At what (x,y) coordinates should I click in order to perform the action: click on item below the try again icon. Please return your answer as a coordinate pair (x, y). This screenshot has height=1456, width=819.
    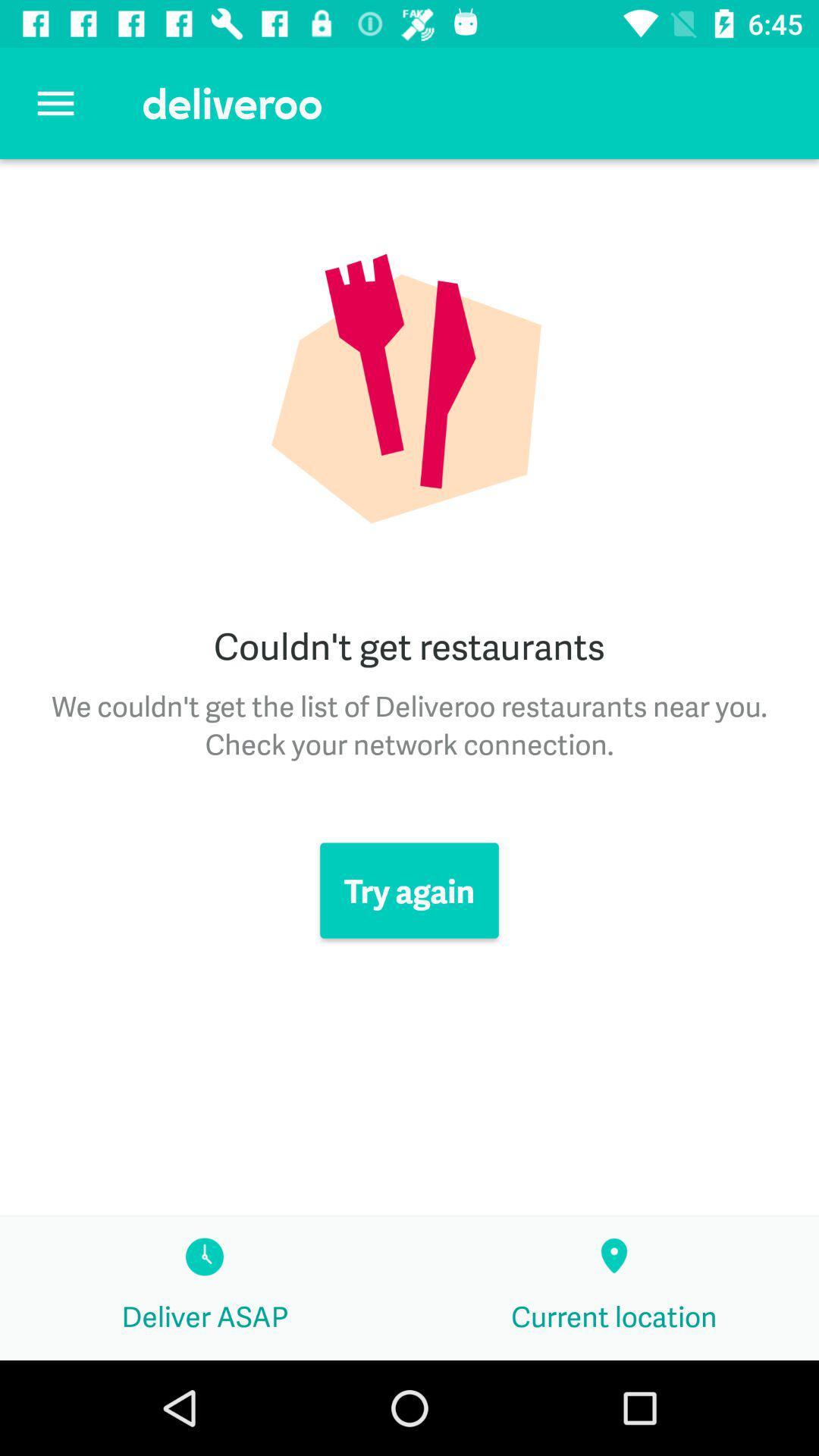
    Looking at the image, I should click on (205, 1288).